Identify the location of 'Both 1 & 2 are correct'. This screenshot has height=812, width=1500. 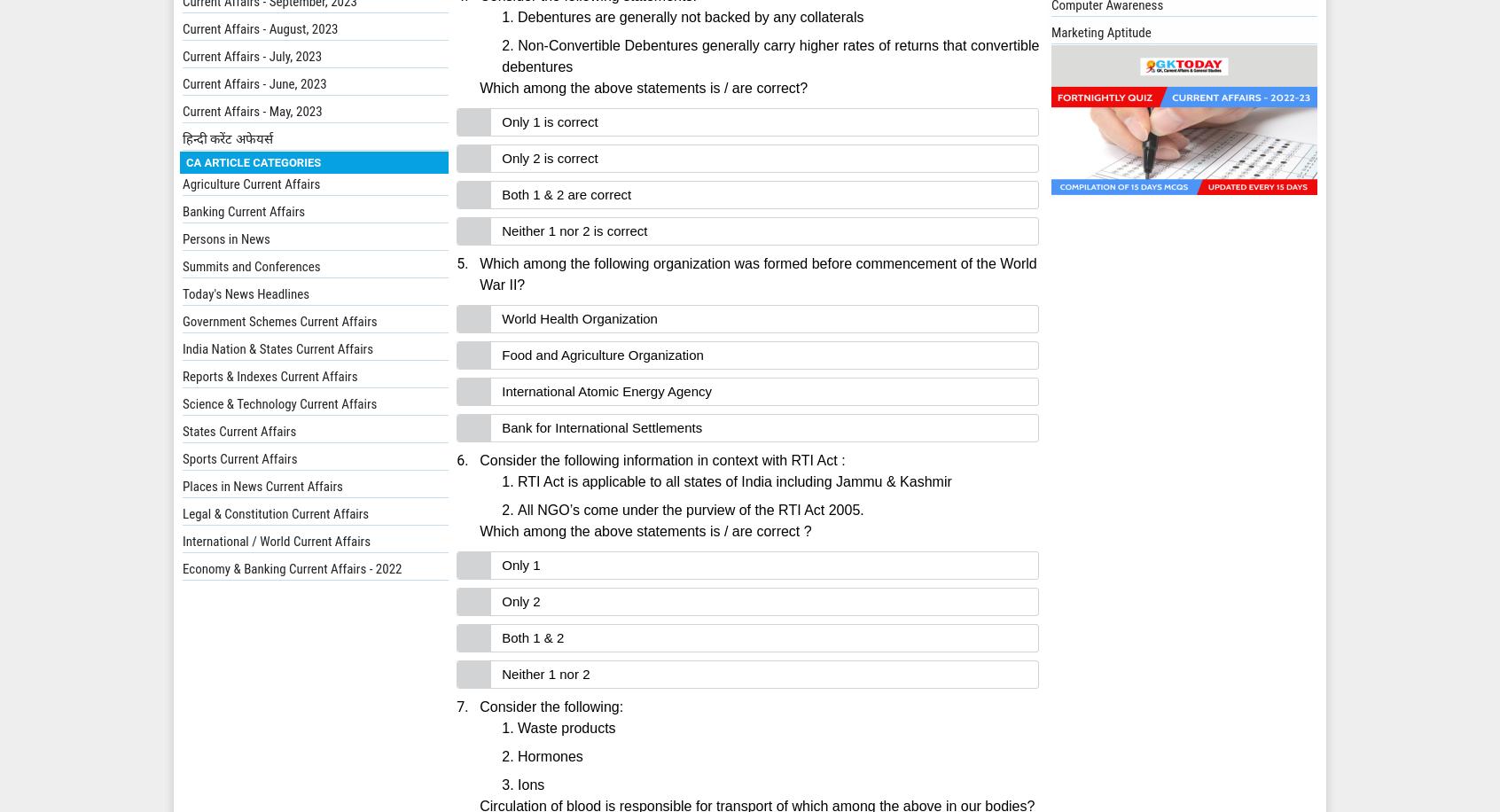
(566, 193).